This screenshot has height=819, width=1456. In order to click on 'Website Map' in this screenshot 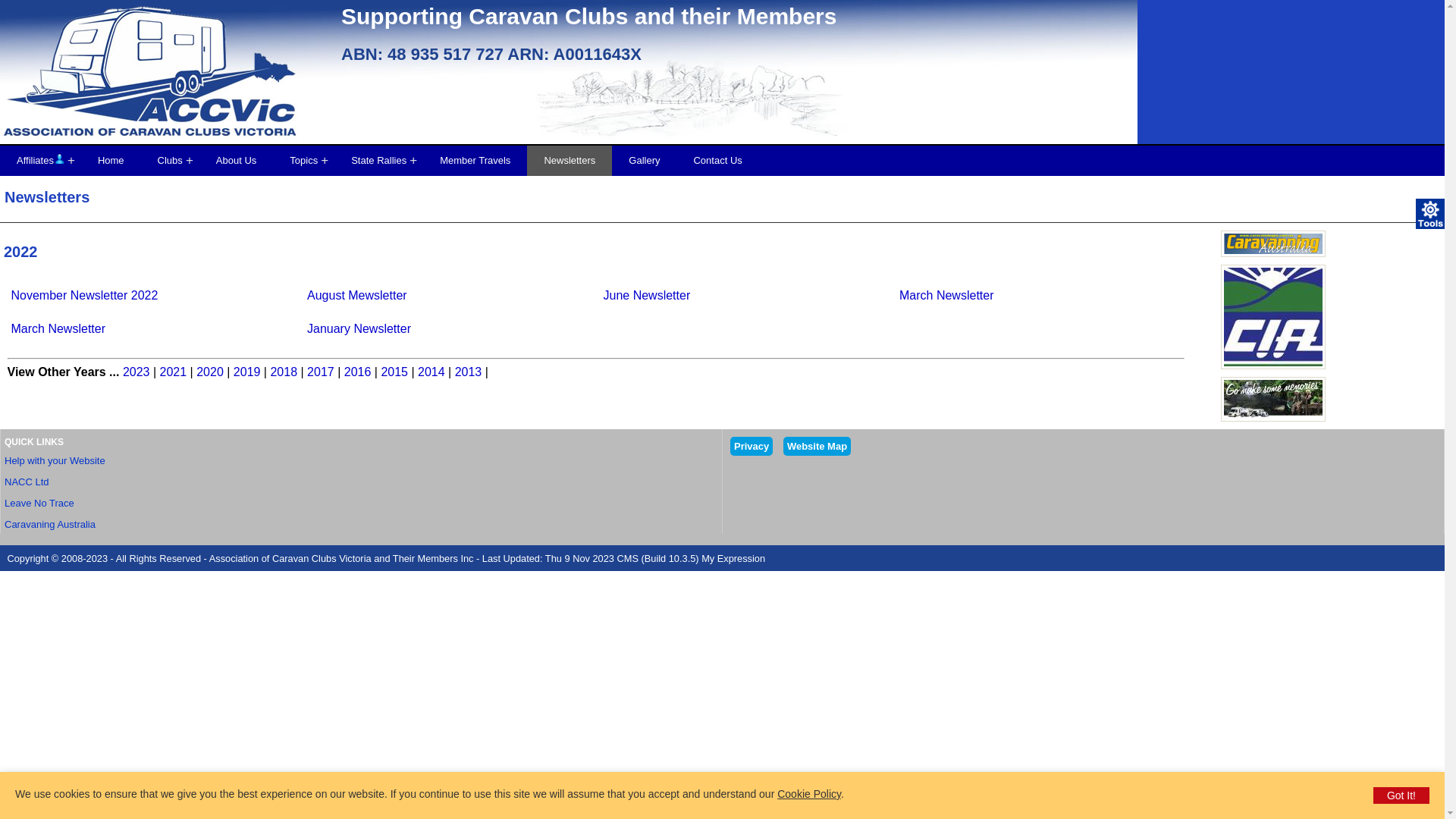, I will do `click(816, 445)`.